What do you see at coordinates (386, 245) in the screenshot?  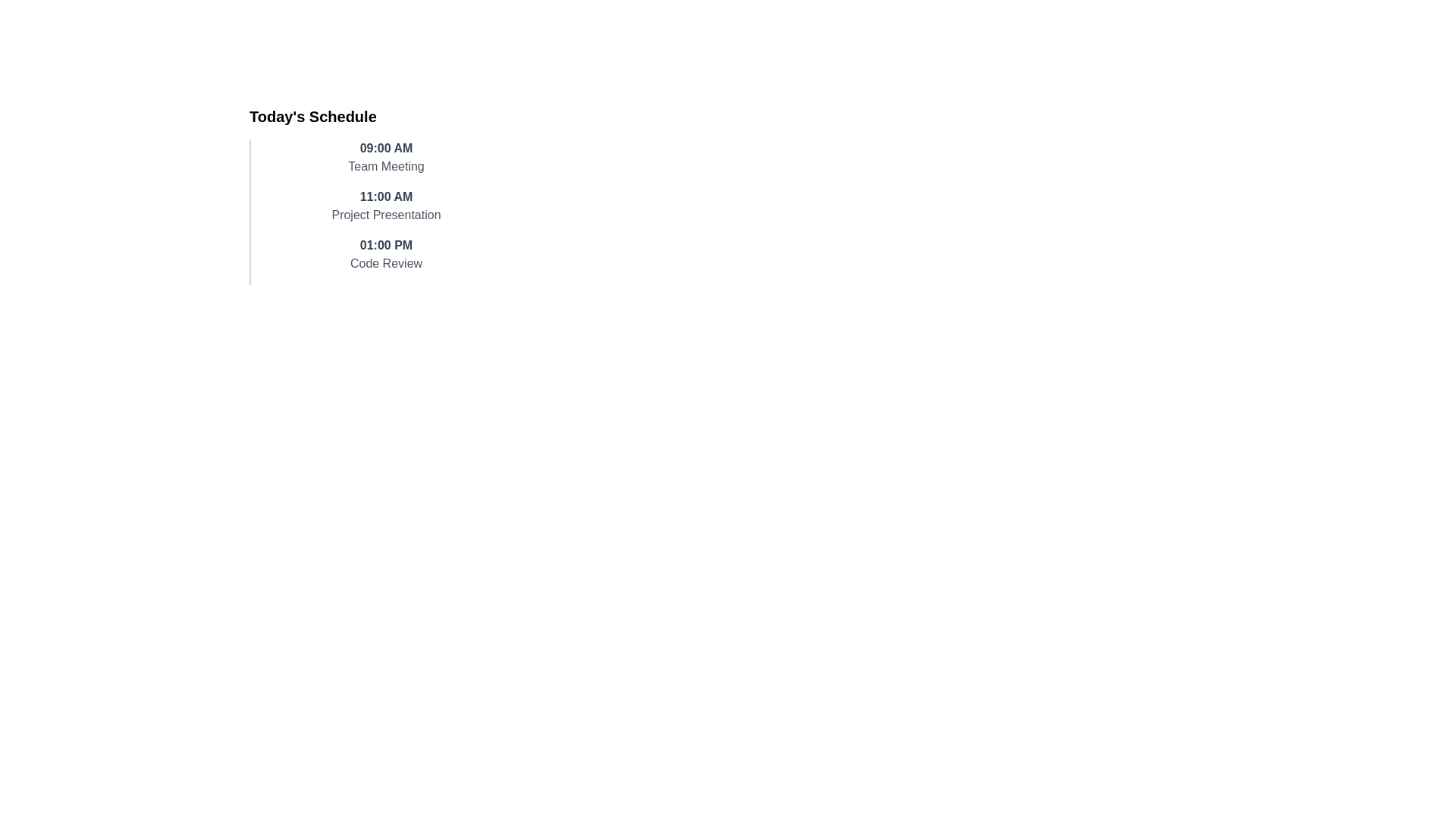 I see `the time label indicating the scheduled time for the 'Code Review' event, located between '11:00 AM' and the 'Code Review' text` at bounding box center [386, 245].